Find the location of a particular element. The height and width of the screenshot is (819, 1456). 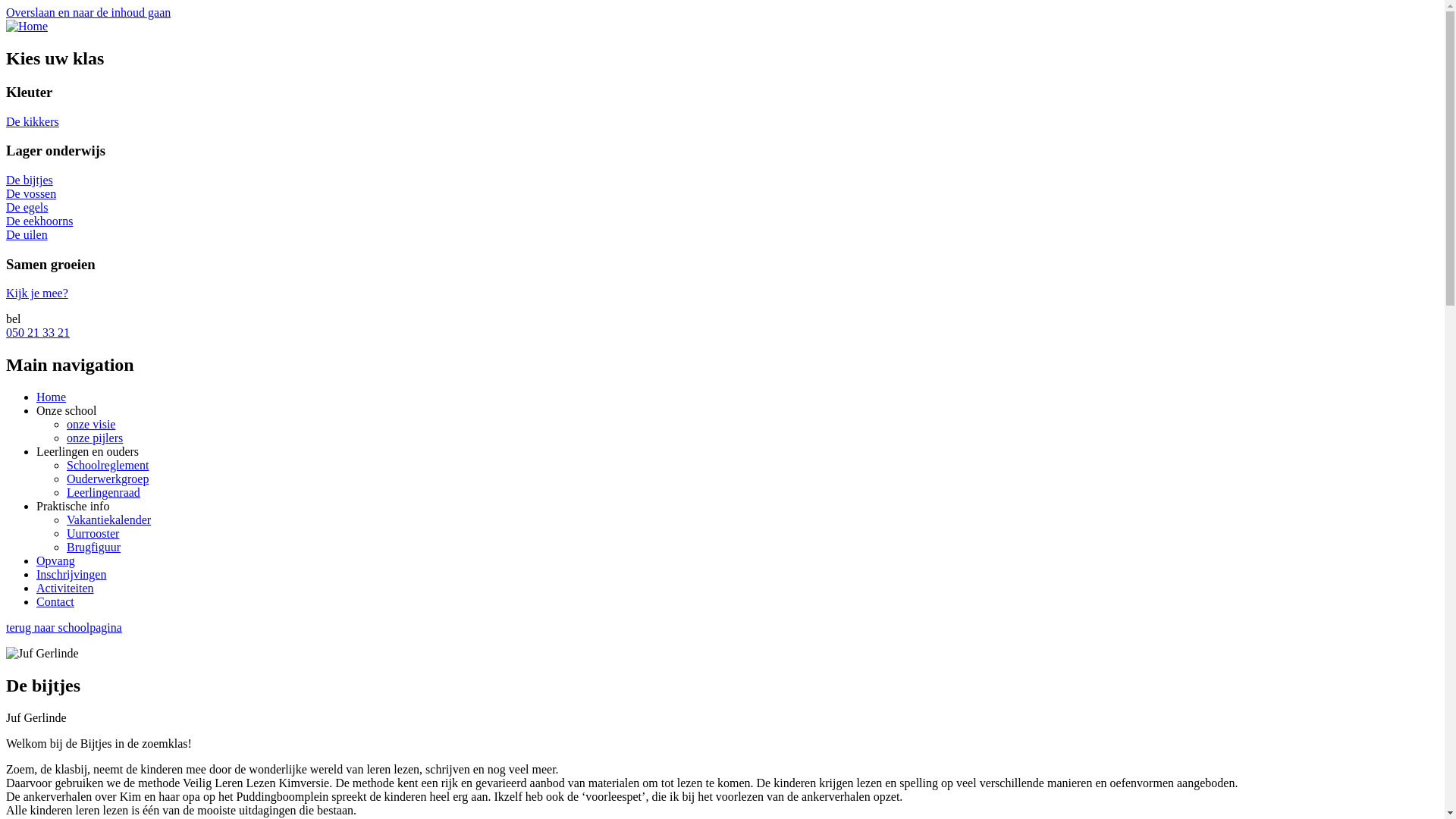

'050 21 33 21' is located at coordinates (37, 331).